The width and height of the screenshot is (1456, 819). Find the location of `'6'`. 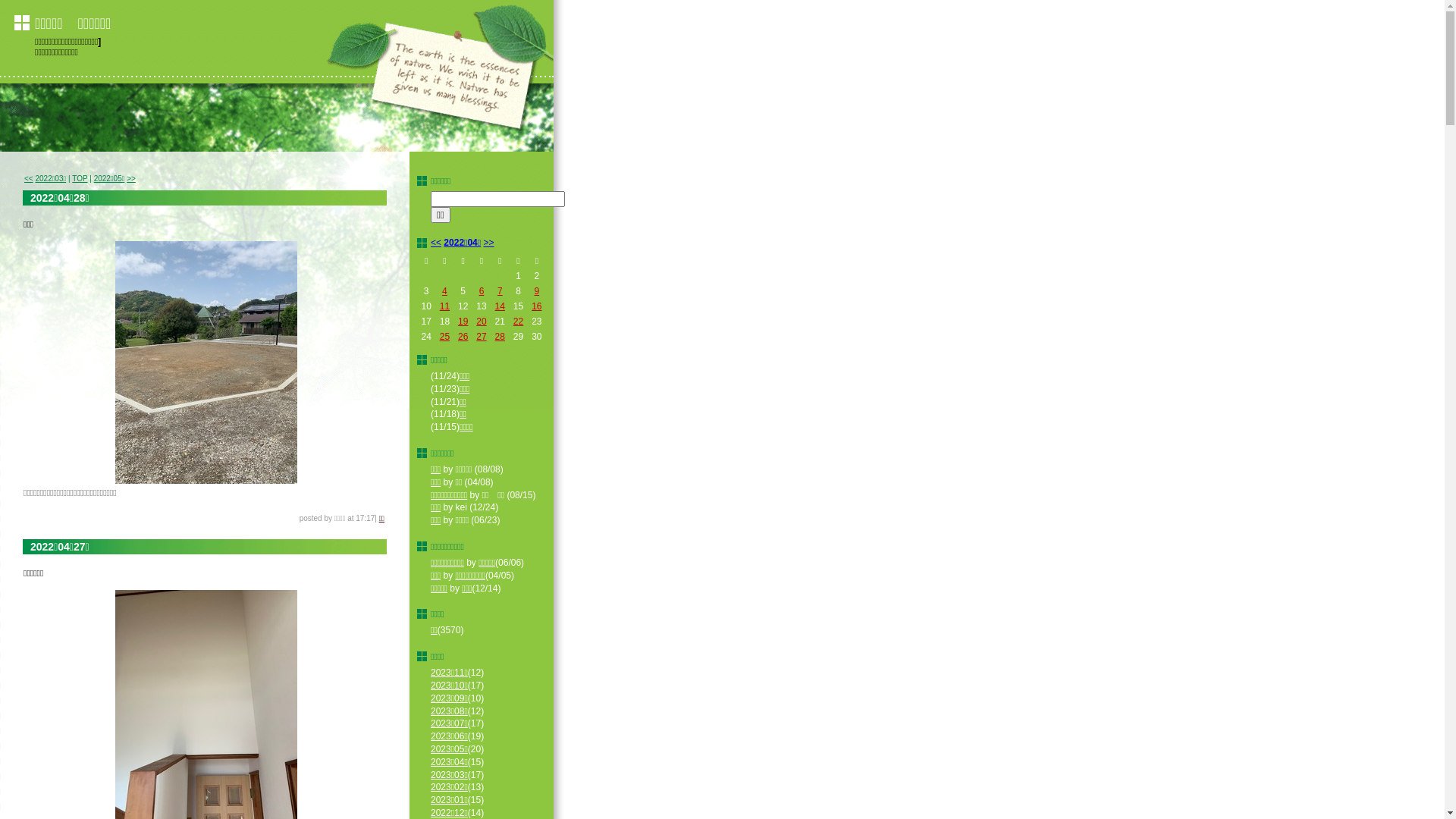

'6' is located at coordinates (481, 291).